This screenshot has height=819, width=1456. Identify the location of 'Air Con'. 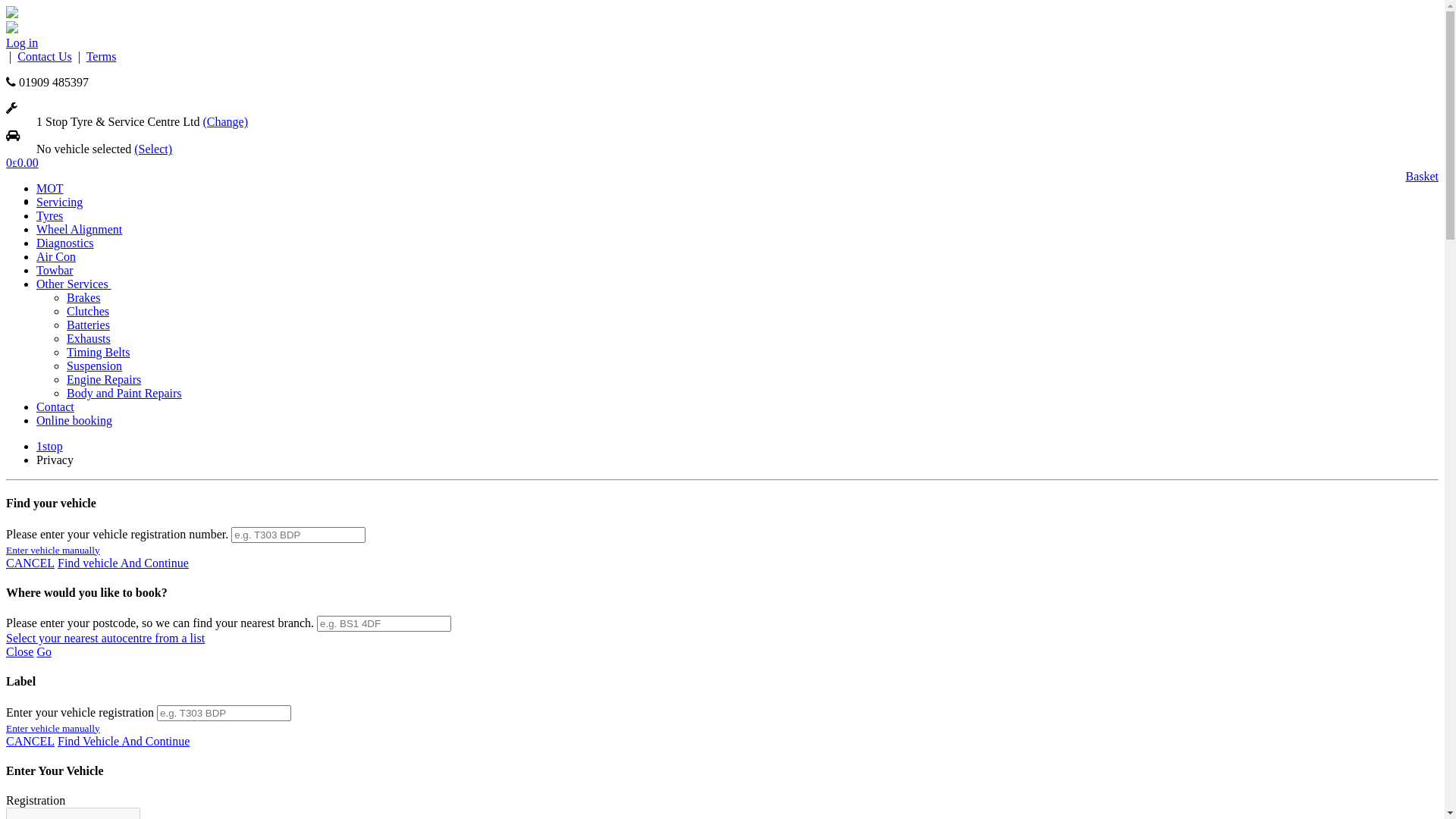
(55, 256).